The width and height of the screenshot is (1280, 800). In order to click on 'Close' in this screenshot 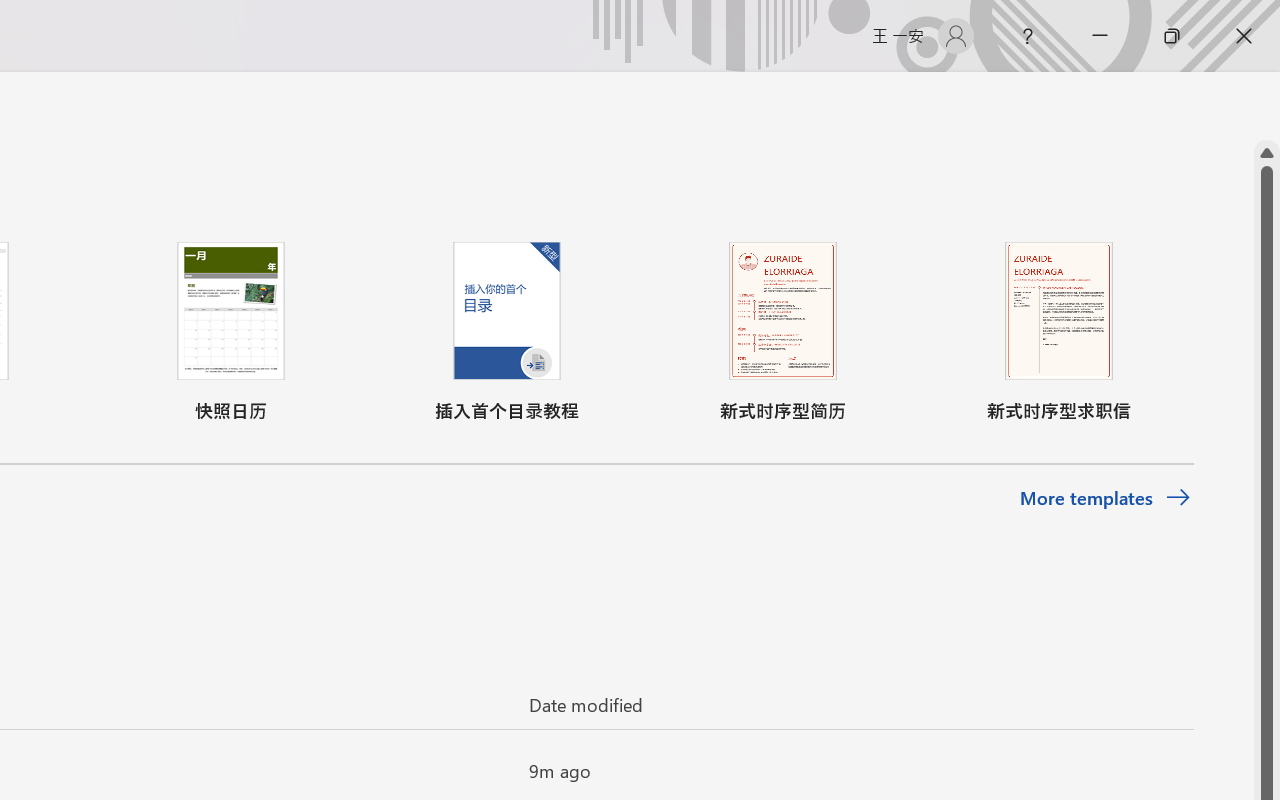, I will do `click(1243, 35)`.